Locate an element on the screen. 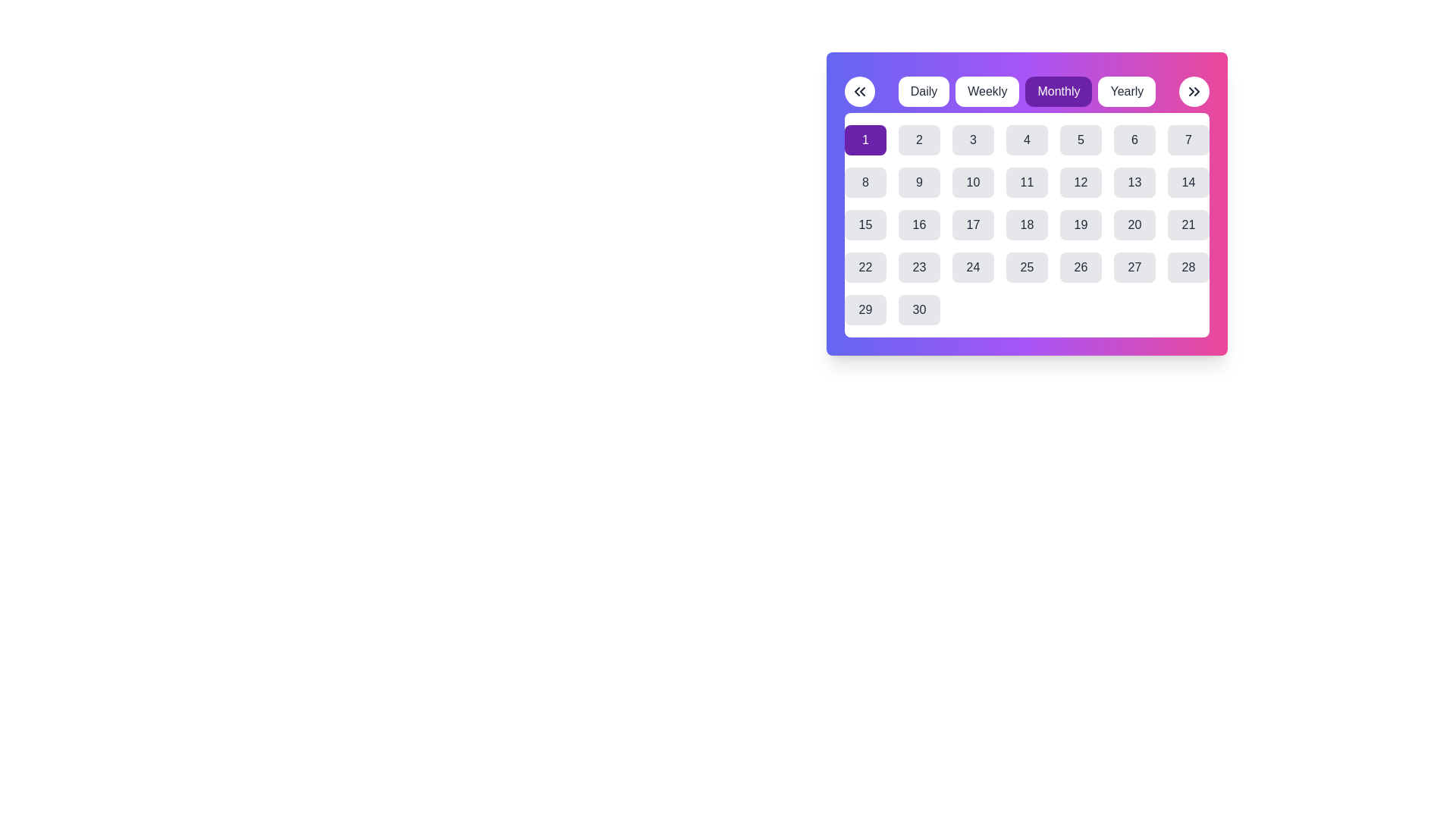  the button that represents a selectable date in a monthly calendar view, located in the second row and second column of a 7-column grid layout is located at coordinates (918, 181).